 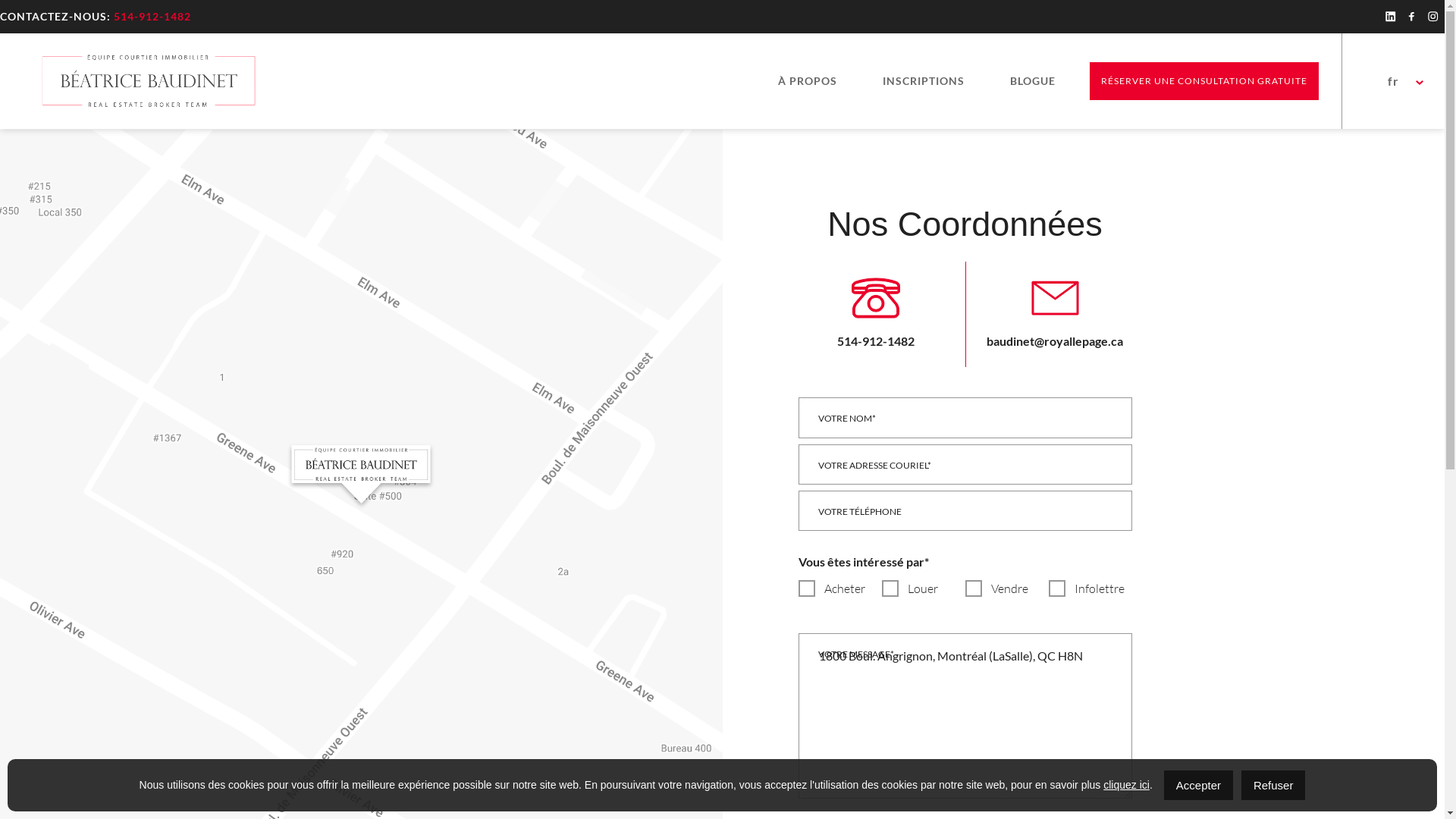 What do you see at coordinates (876, 310) in the screenshot?
I see `'514-912-1482'` at bounding box center [876, 310].